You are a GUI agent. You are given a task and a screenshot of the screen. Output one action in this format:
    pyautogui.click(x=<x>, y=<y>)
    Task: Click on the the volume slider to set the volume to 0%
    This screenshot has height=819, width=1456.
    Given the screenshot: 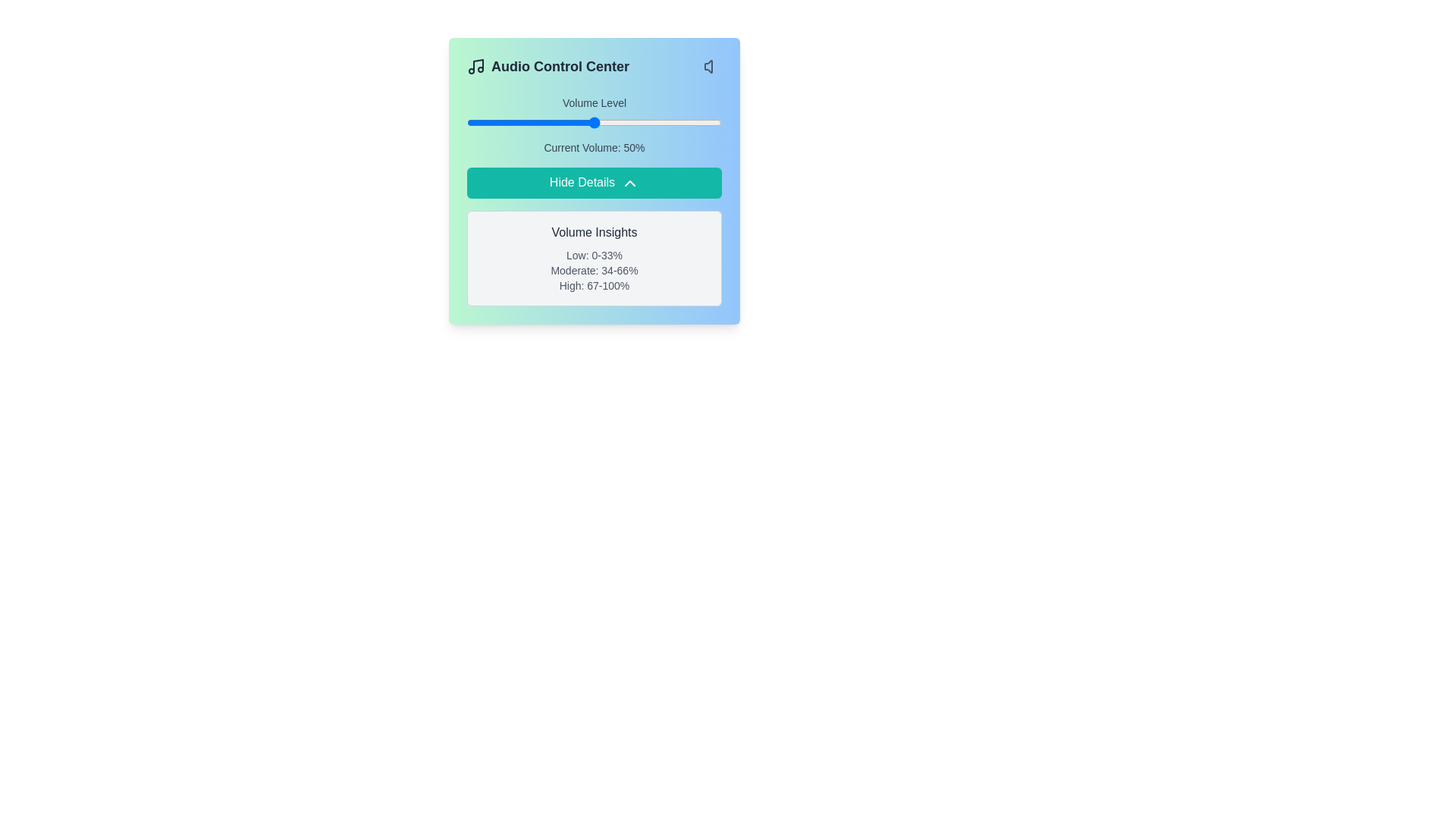 What is the action you would take?
    pyautogui.click(x=466, y=122)
    